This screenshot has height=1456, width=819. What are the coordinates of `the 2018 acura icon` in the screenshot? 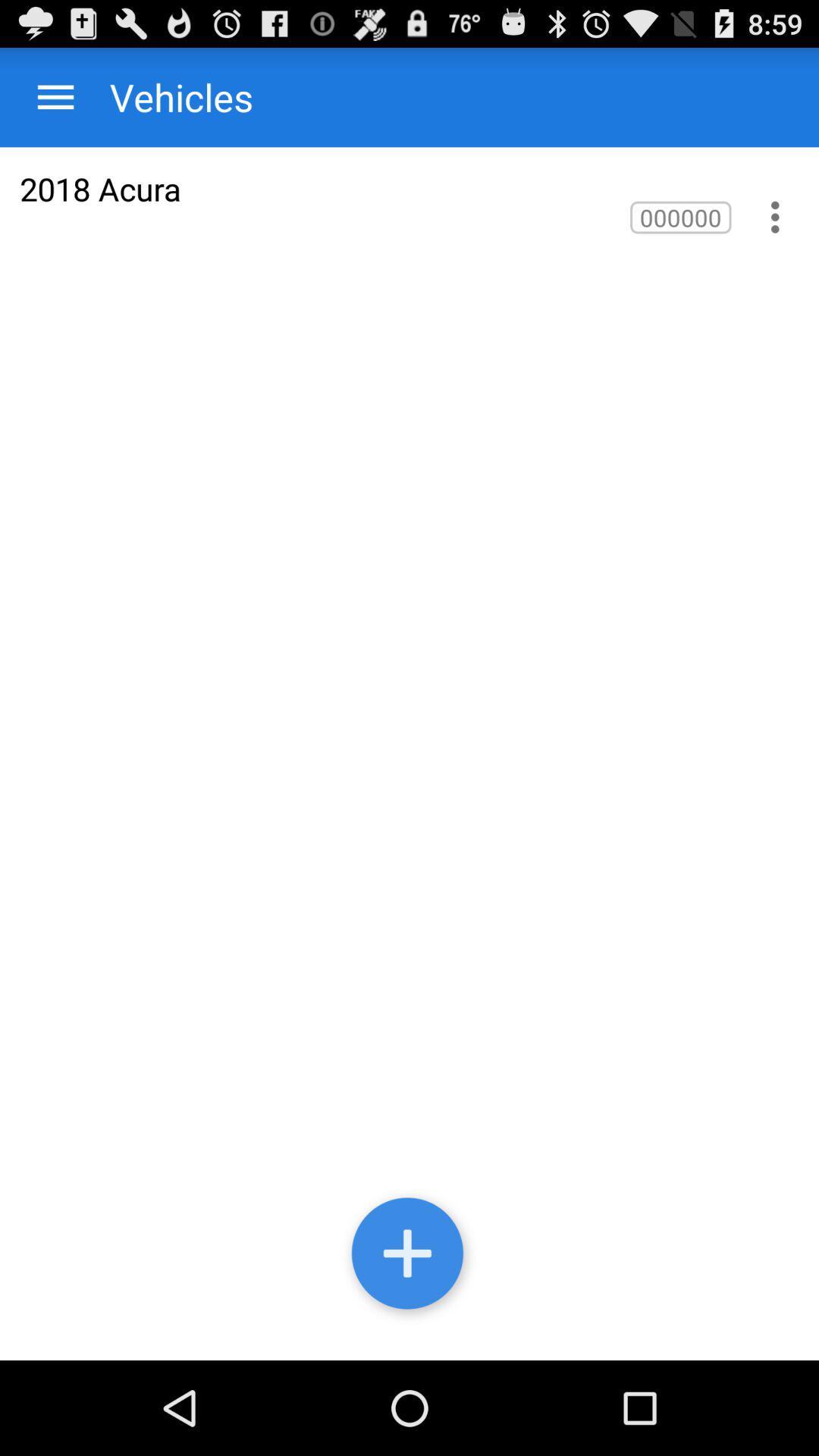 It's located at (100, 188).